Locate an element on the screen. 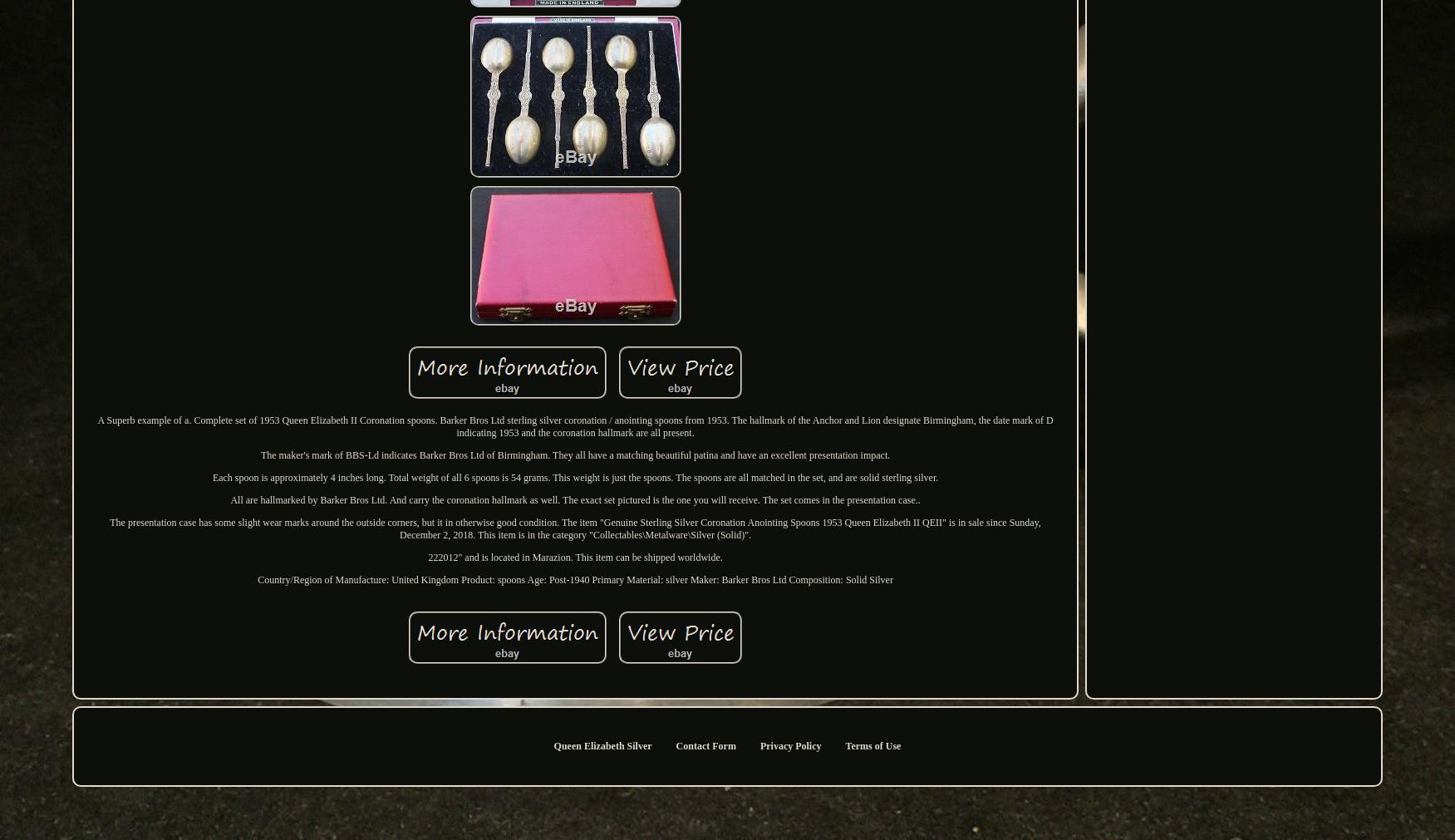 The image size is (1455, 840). 'Terms of Use' is located at coordinates (872, 745).